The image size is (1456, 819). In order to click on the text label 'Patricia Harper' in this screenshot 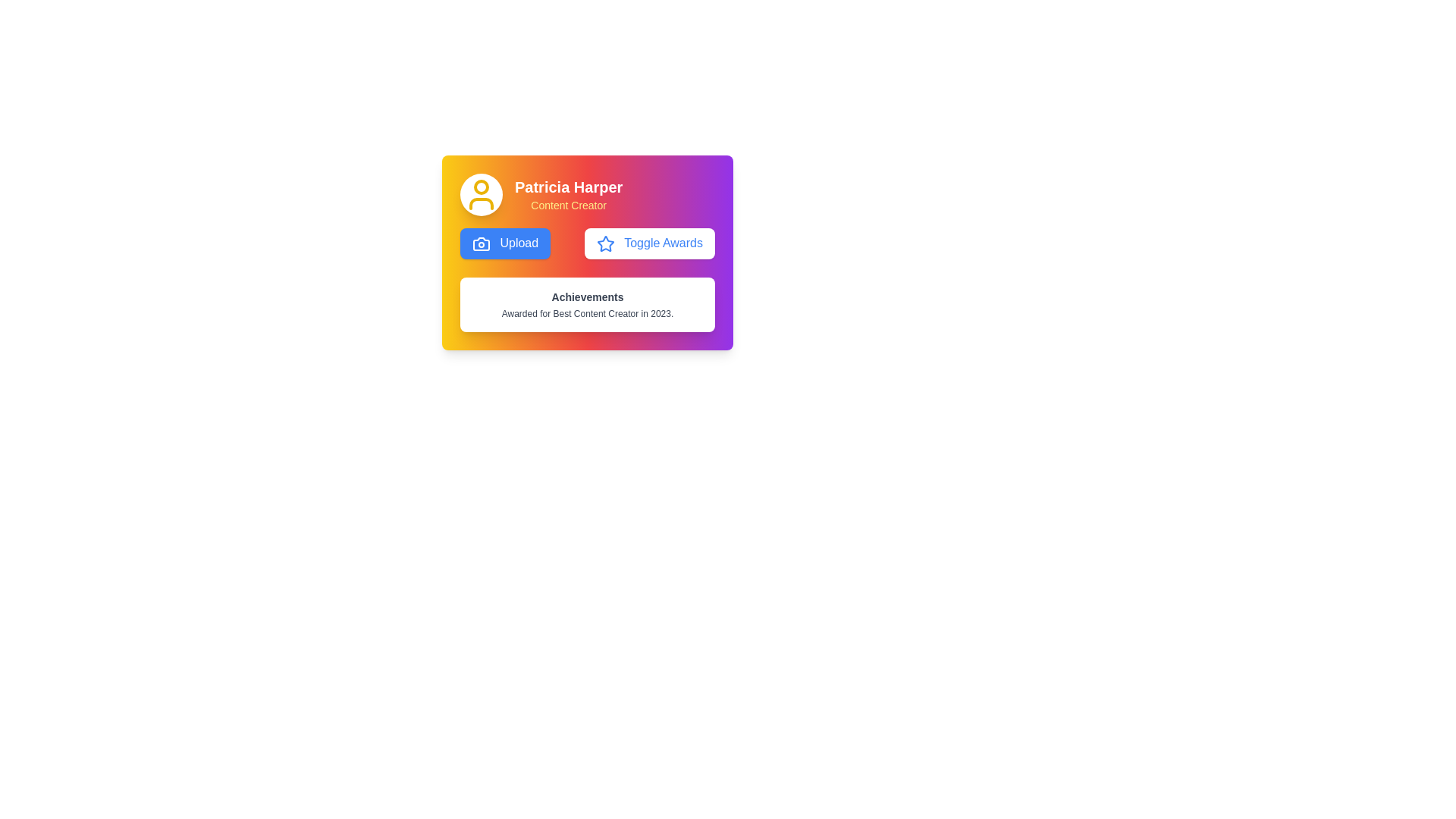, I will do `click(568, 186)`.